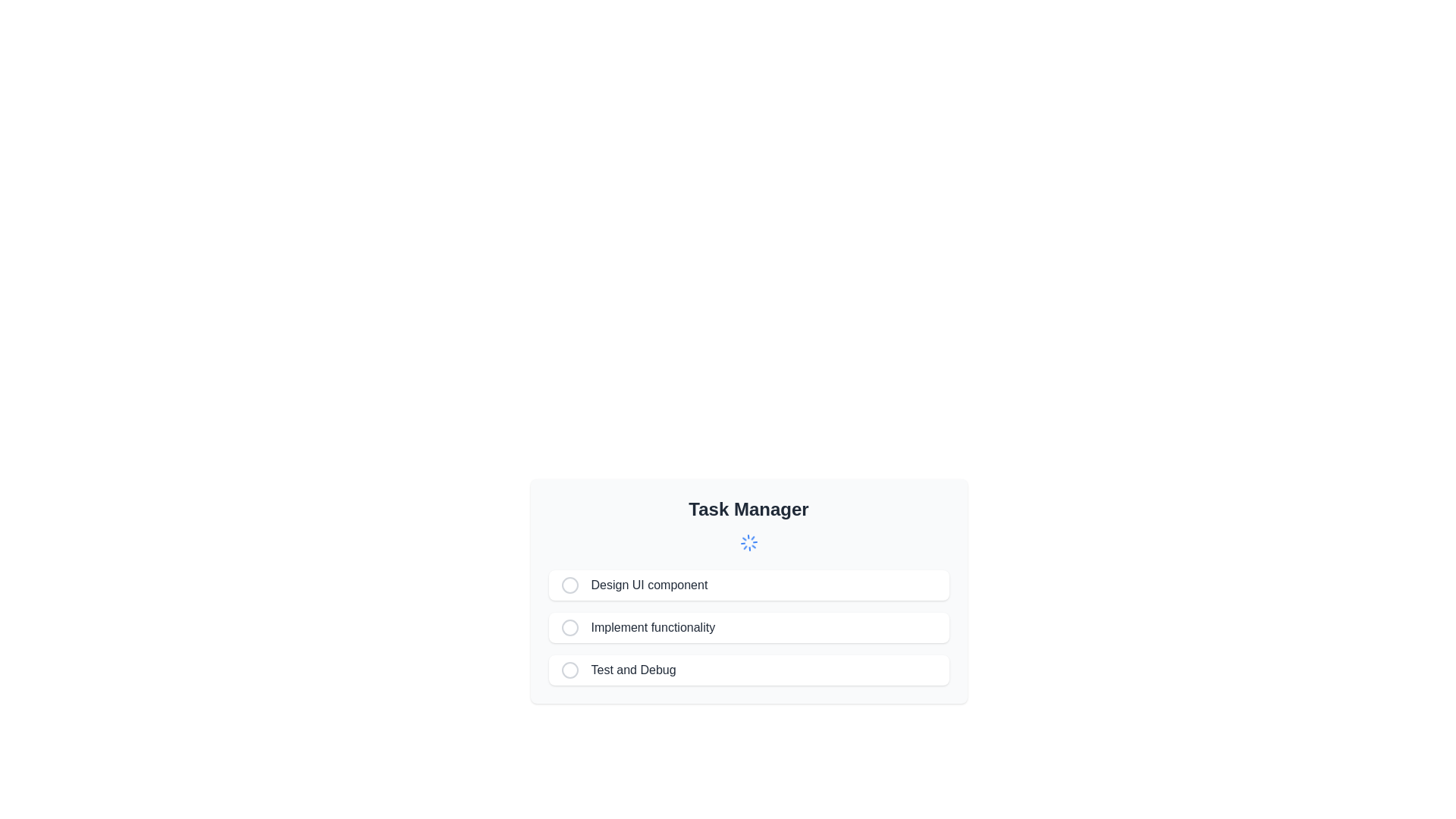 Image resolution: width=1456 pixels, height=819 pixels. Describe the element at coordinates (575, 584) in the screenshot. I see `the interactive checkbox to mark the task 'Design UI component' as completed` at that location.